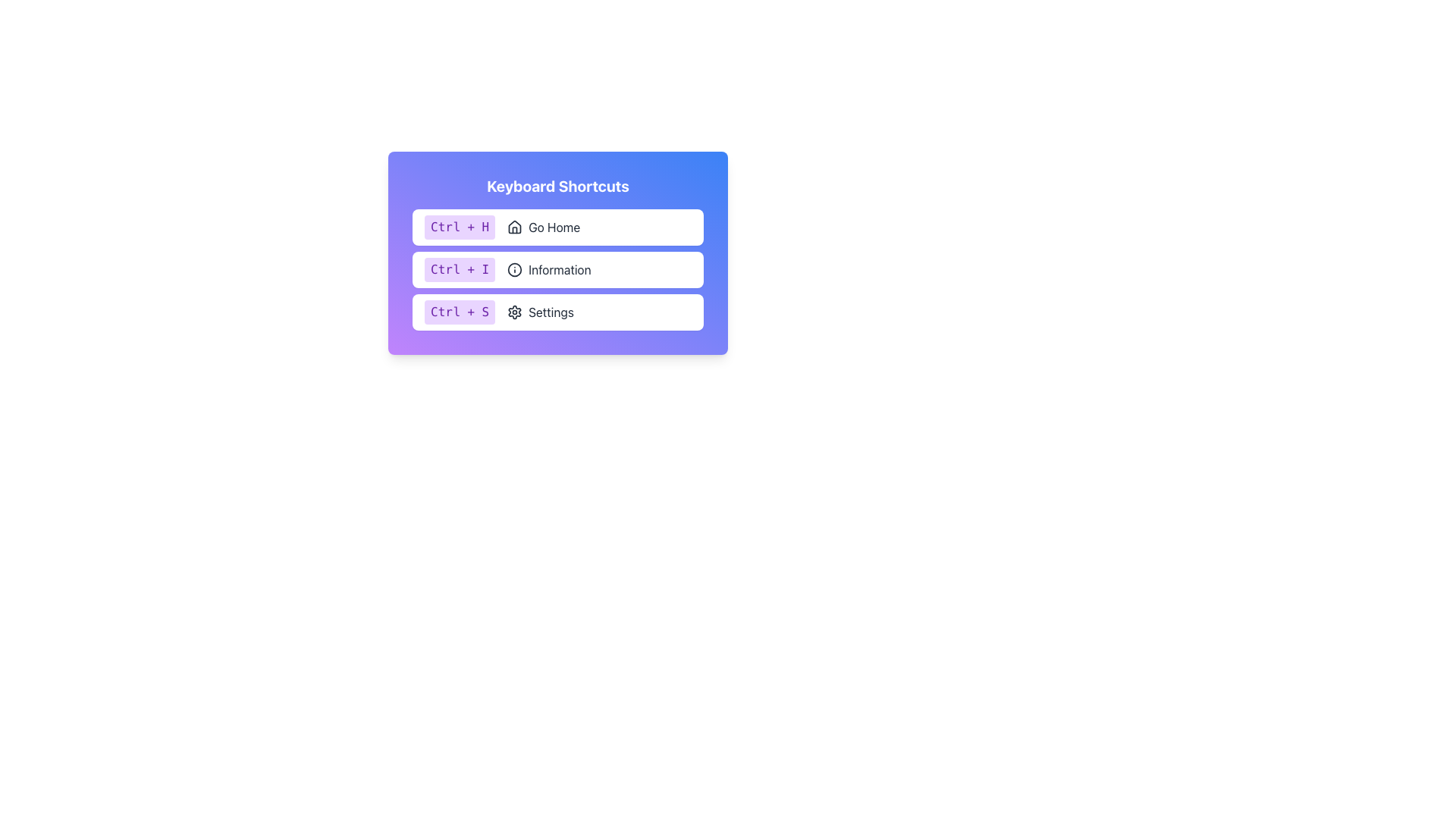  I want to click on the 'Information' Text Label element, which displays the text in a dark font color on a light background, positioned in the center column of a three-row layout, so click(559, 268).